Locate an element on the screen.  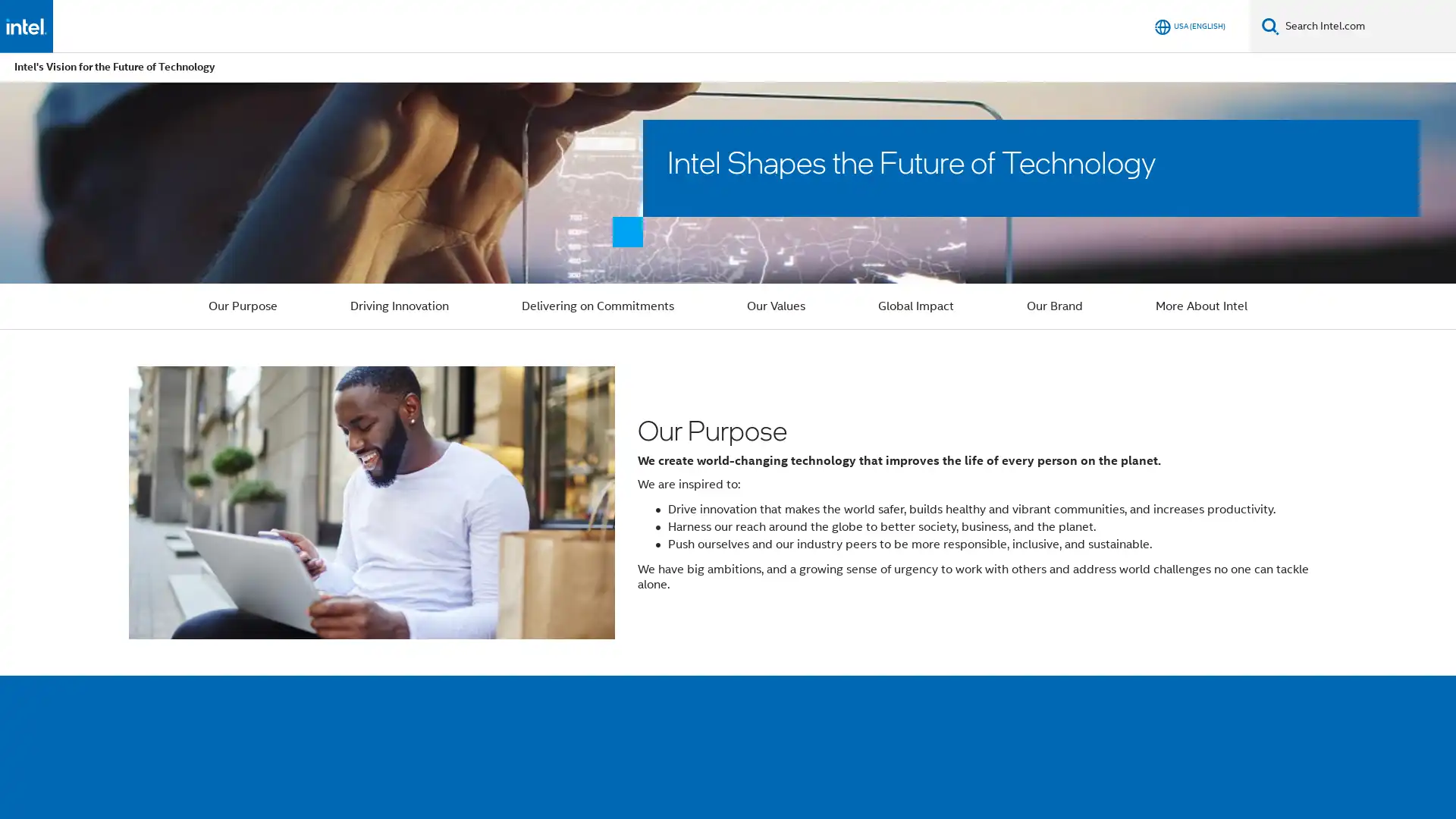
USA (English) is located at coordinates (1189, 26).